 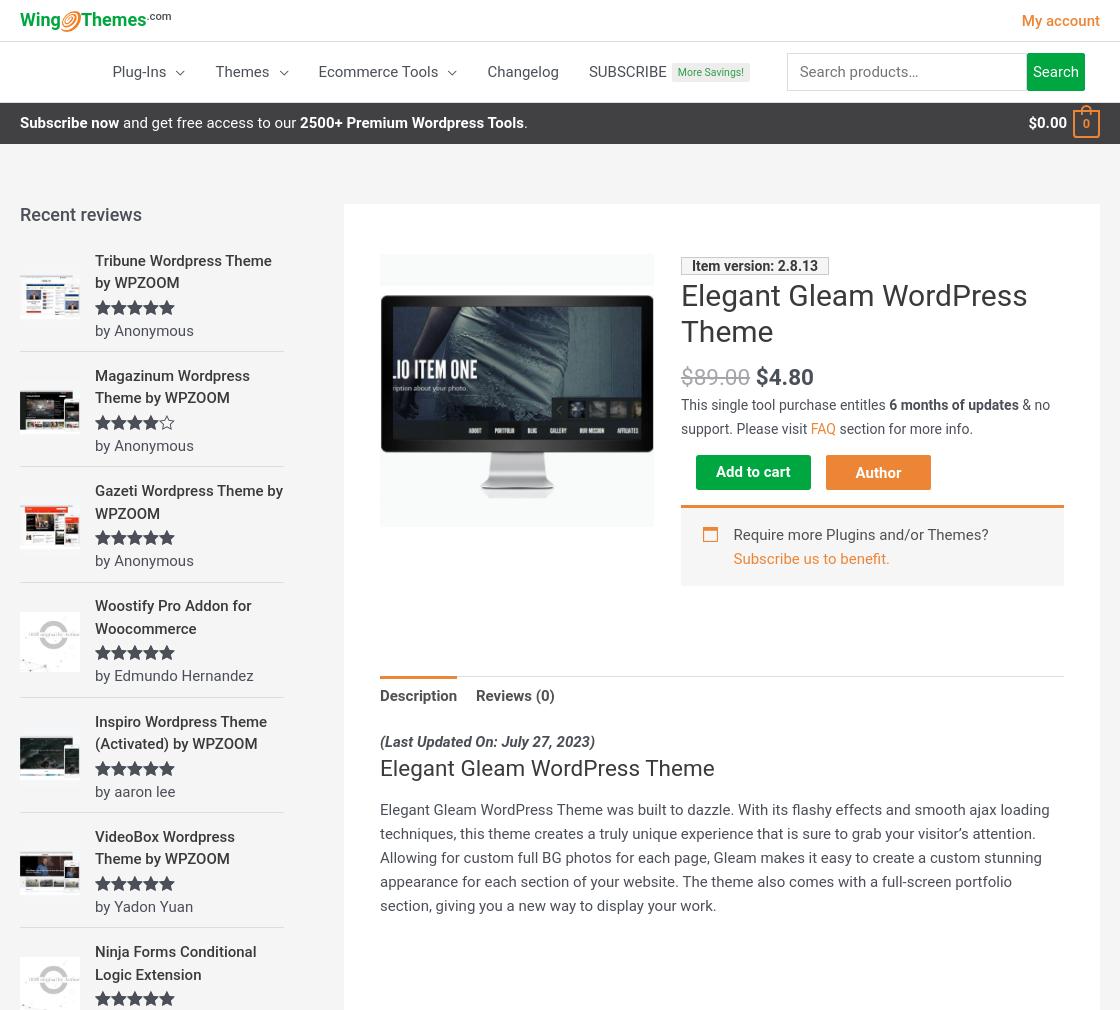 I want to click on 'My account', so click(x=1060, y=18).